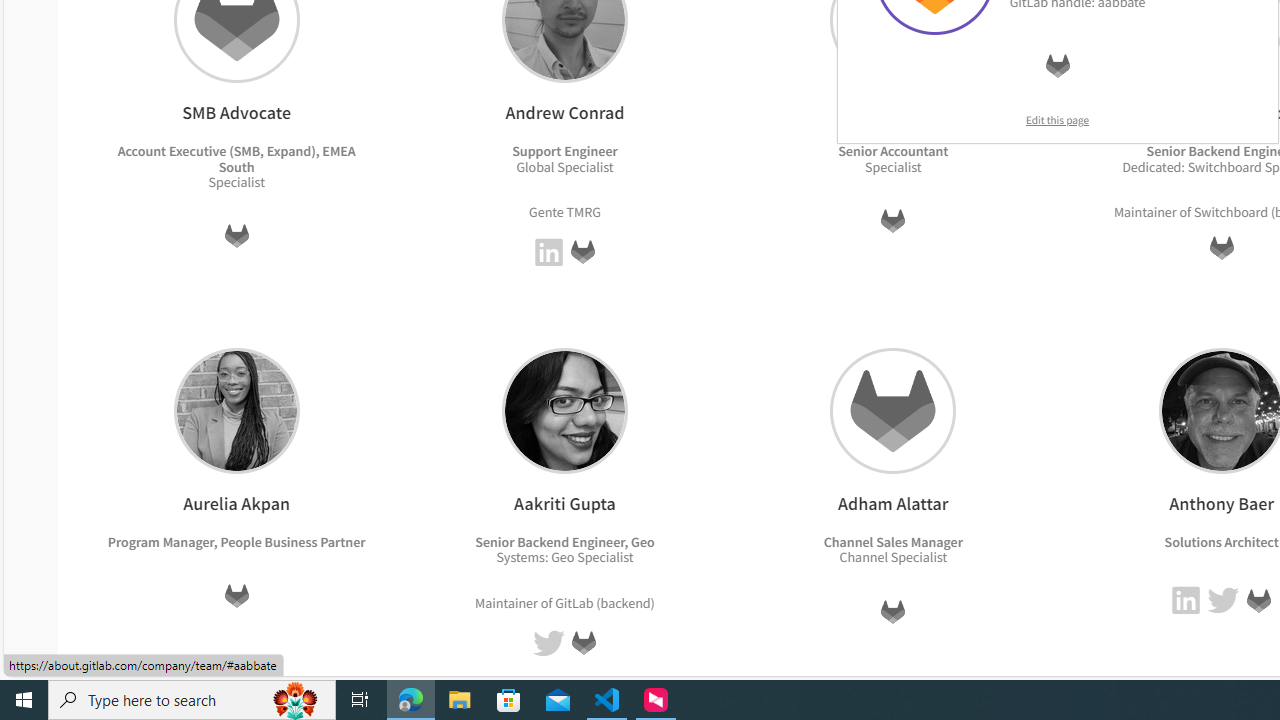  Describe the element at coordinates (506, 601) in the screenshot. I see `'Maintainer'` at that location.